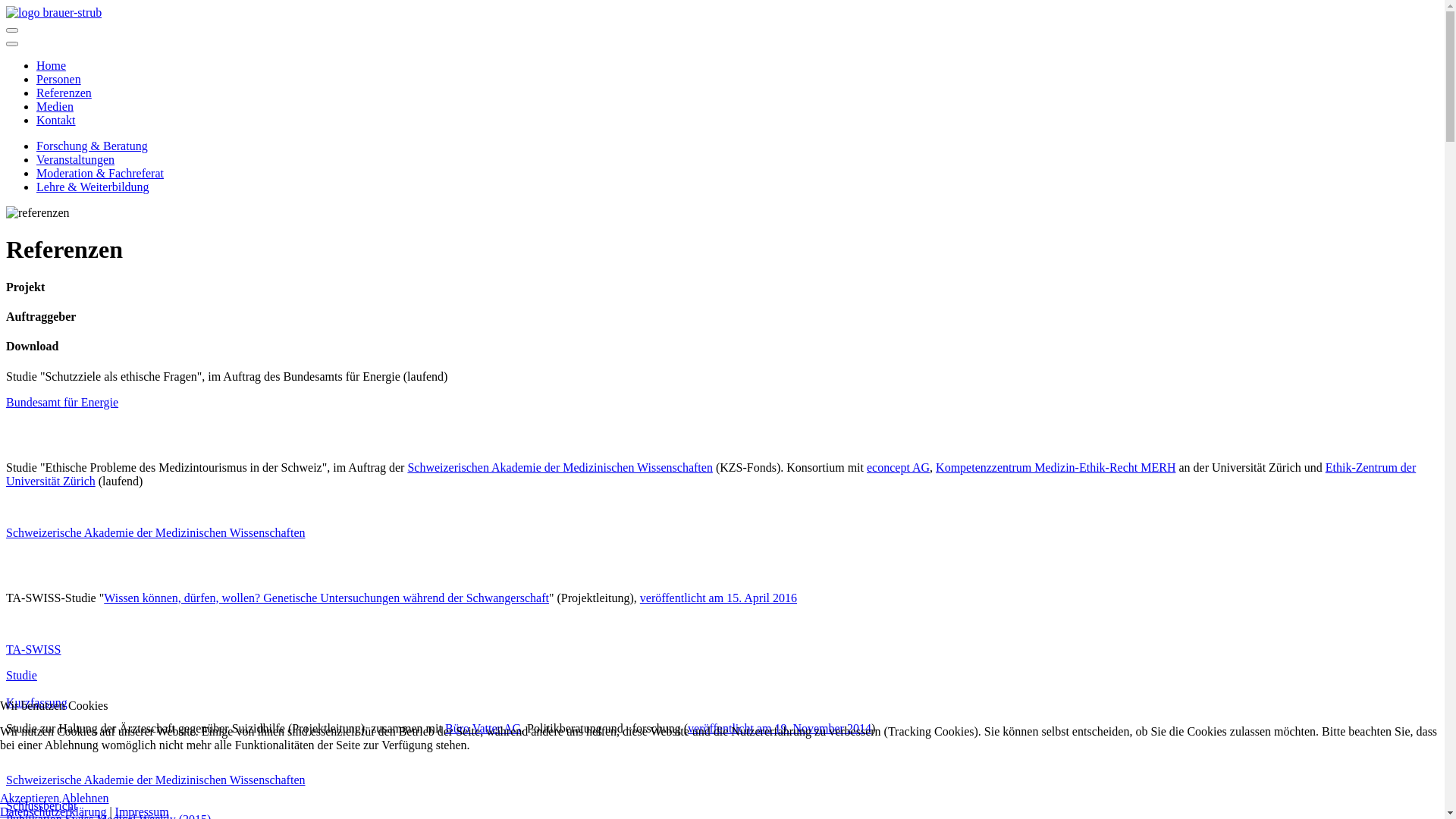  What do you see at coordinates (63, 93) in the screenshot?
I see `'Referenzen'` at bounding box center [63, 93].